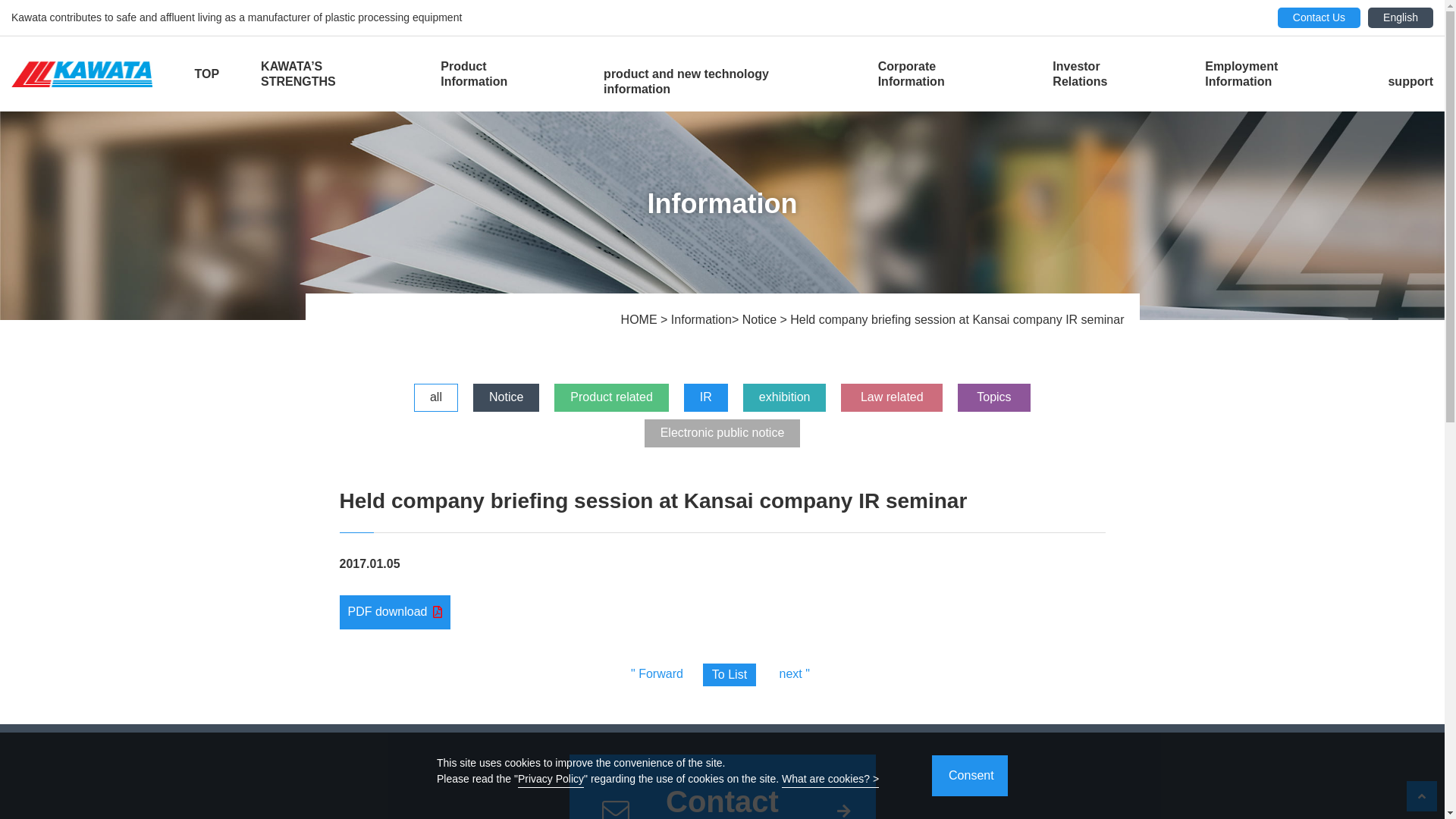 This screenshot has width=1456, height=819. Describe the element at coordinates (1410, 82) in the screenshot. I see `'support'` at that location.